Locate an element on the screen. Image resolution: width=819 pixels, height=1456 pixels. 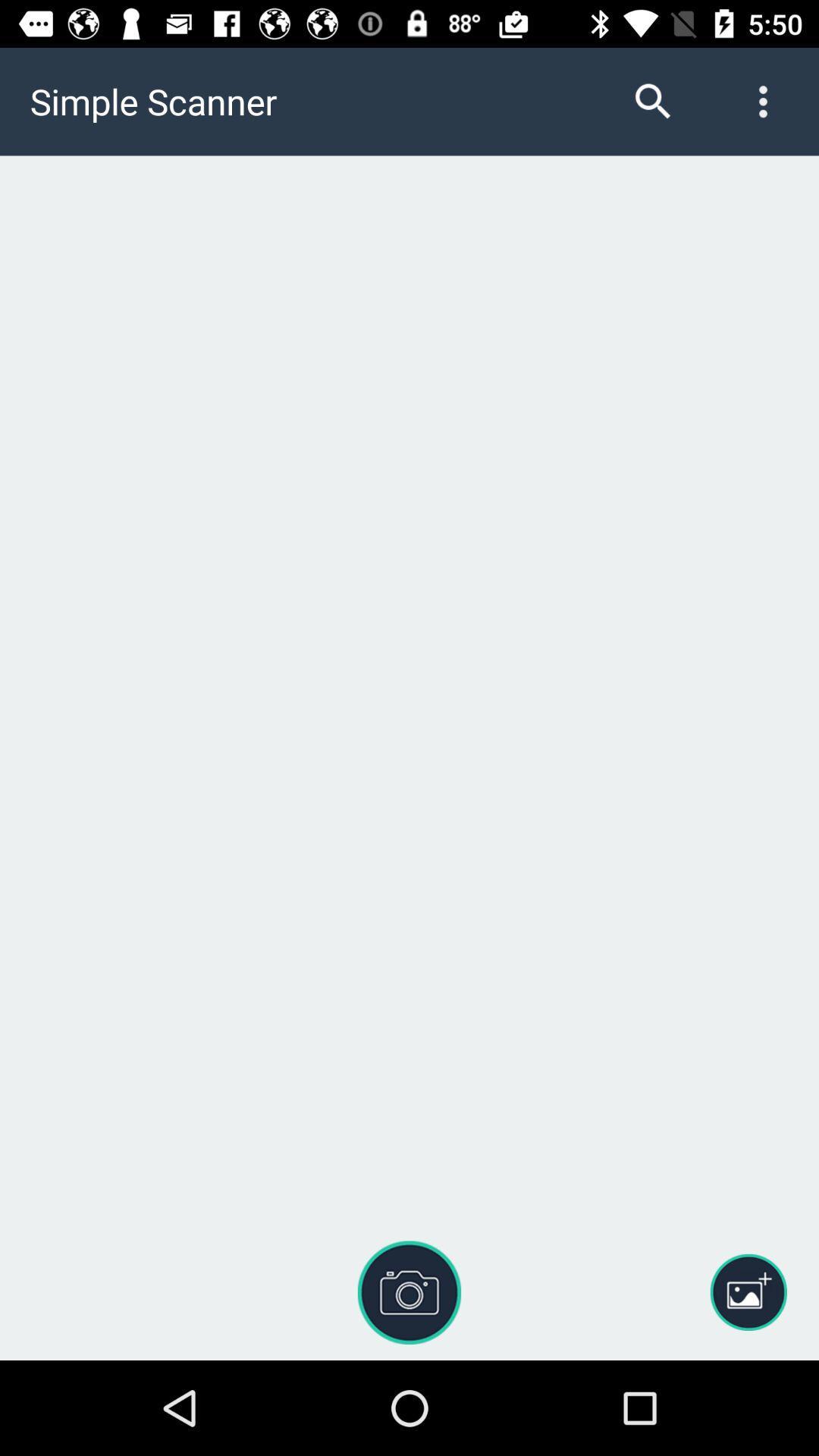
the more icon is located at coordinates (763, 101).